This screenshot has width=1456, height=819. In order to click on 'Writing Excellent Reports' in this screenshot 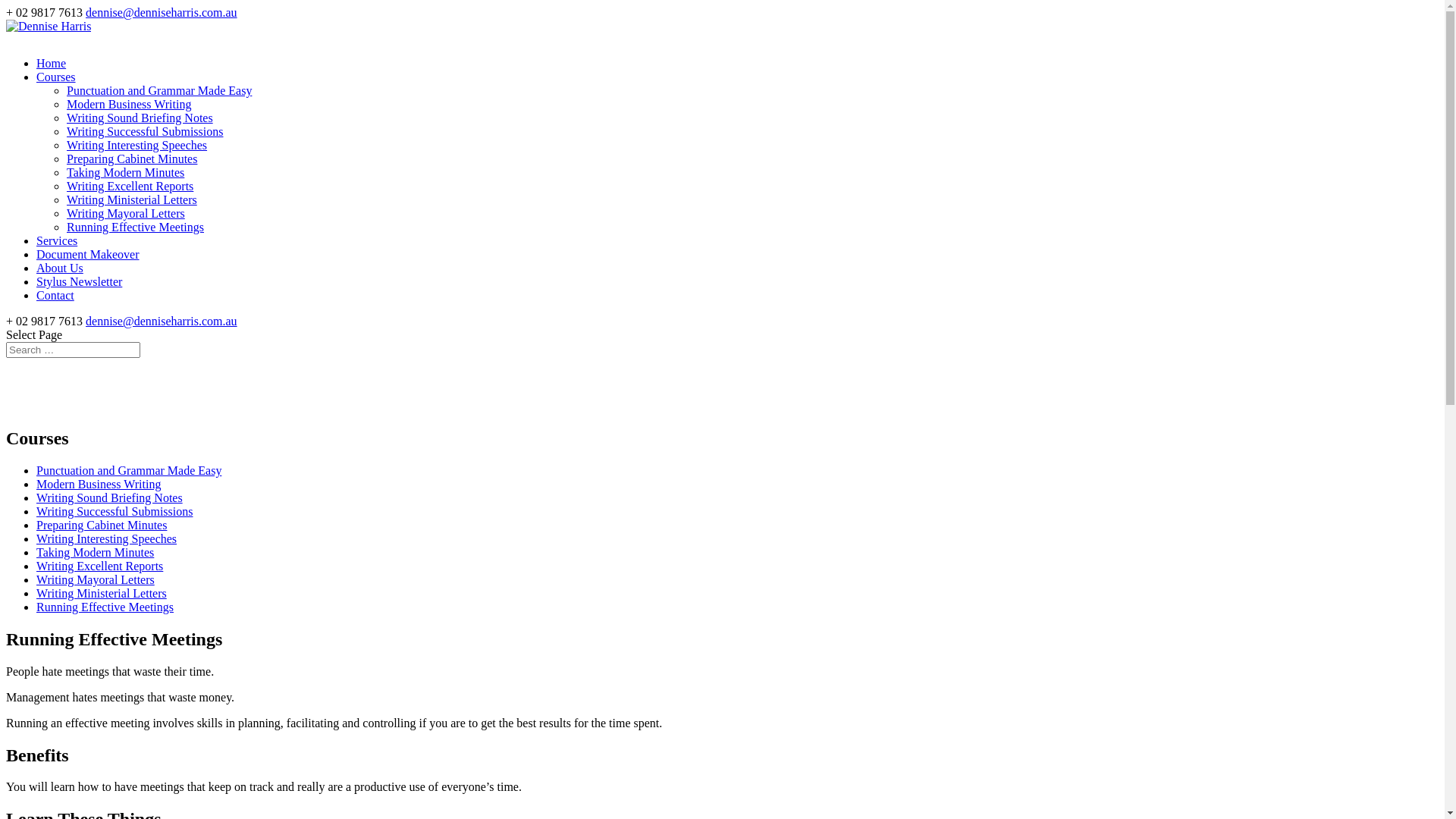, I will do `click(99, 566)`.